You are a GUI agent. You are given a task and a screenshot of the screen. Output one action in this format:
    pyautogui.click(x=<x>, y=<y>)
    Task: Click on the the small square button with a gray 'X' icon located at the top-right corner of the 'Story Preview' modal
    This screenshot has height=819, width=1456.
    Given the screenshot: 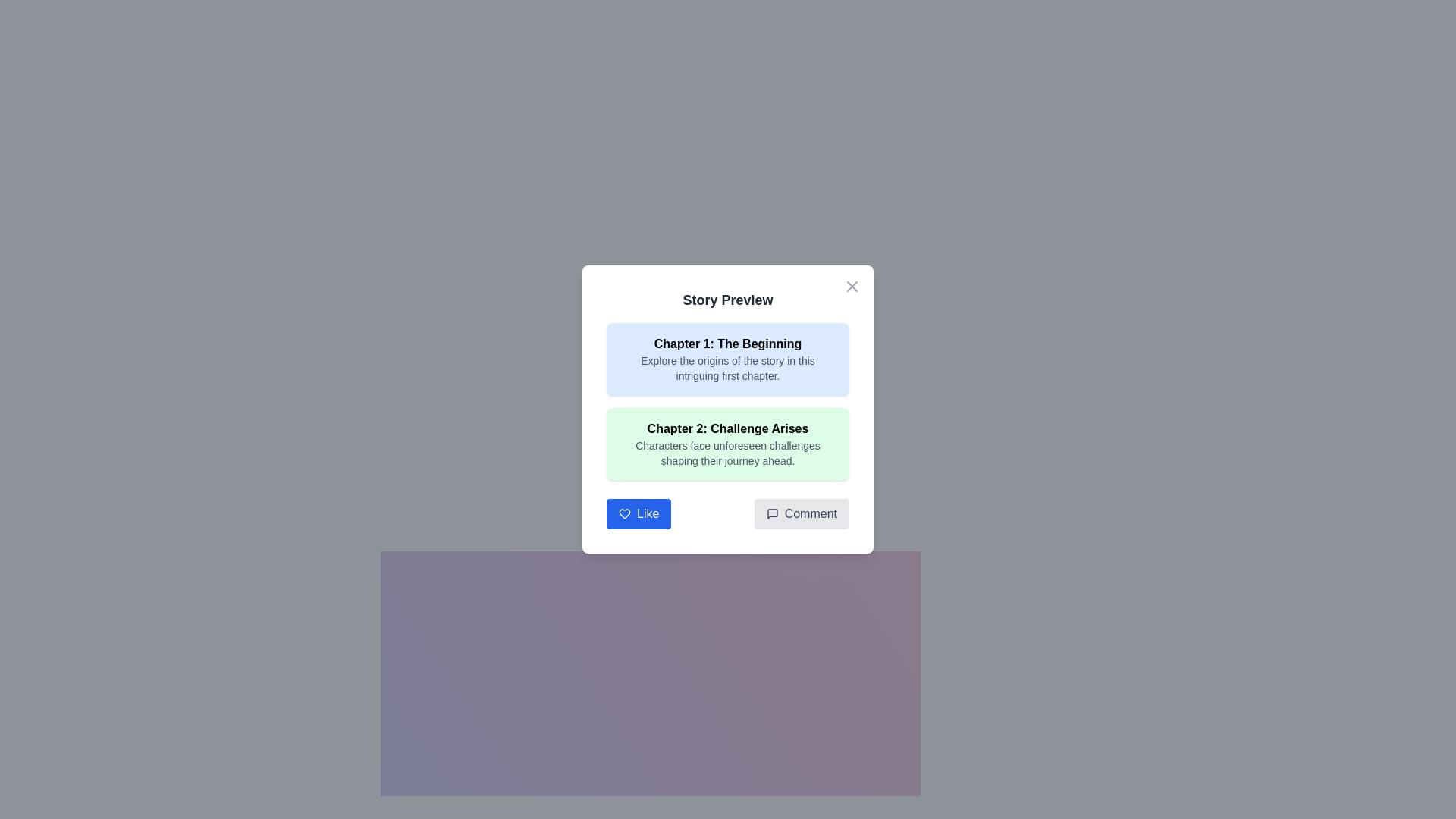 What is the action you would take?
    pyautogui.click(x=852, y=287)
    